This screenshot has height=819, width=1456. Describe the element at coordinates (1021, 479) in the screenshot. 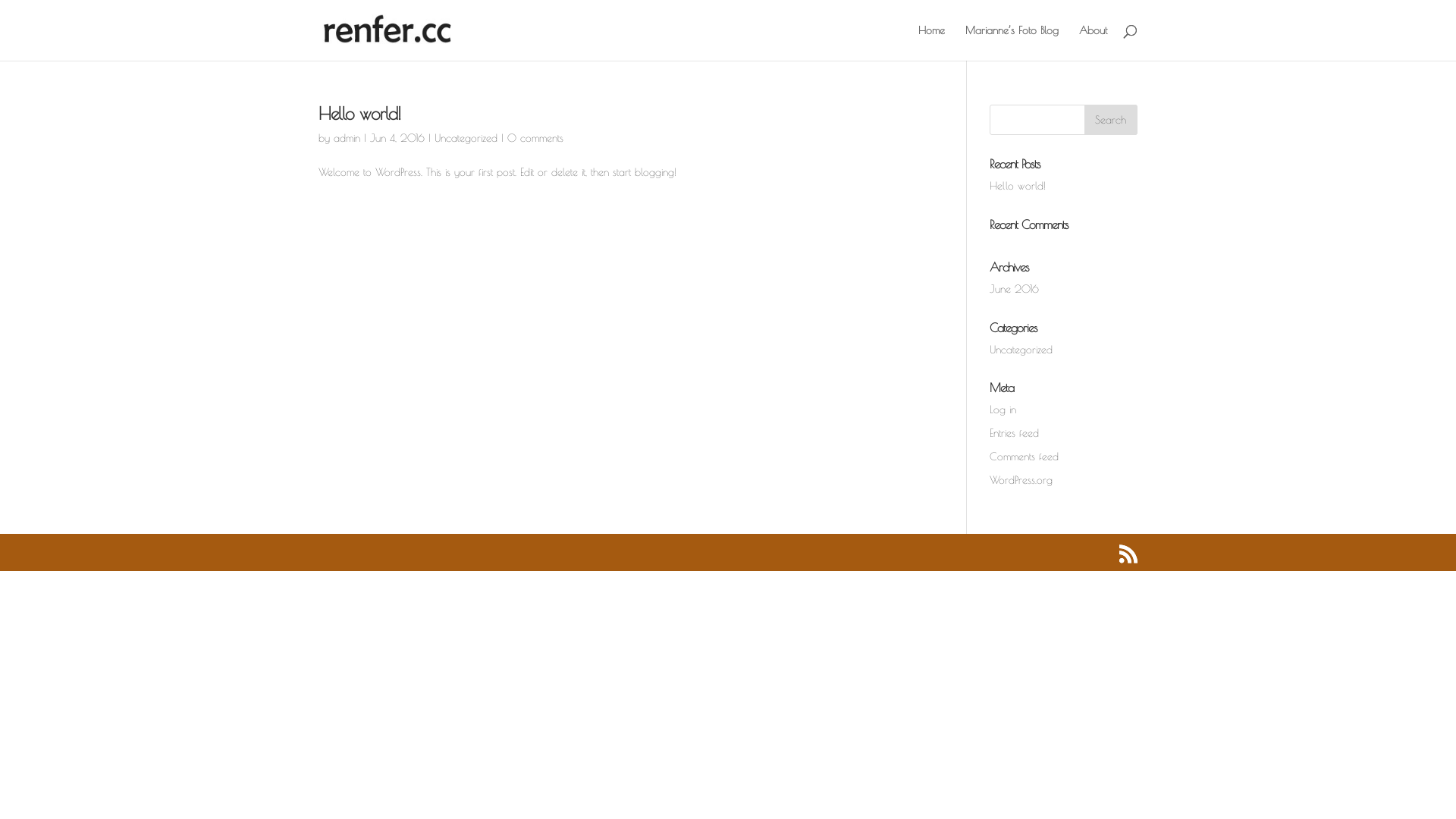

I see `'WordPress.org'` at that location.